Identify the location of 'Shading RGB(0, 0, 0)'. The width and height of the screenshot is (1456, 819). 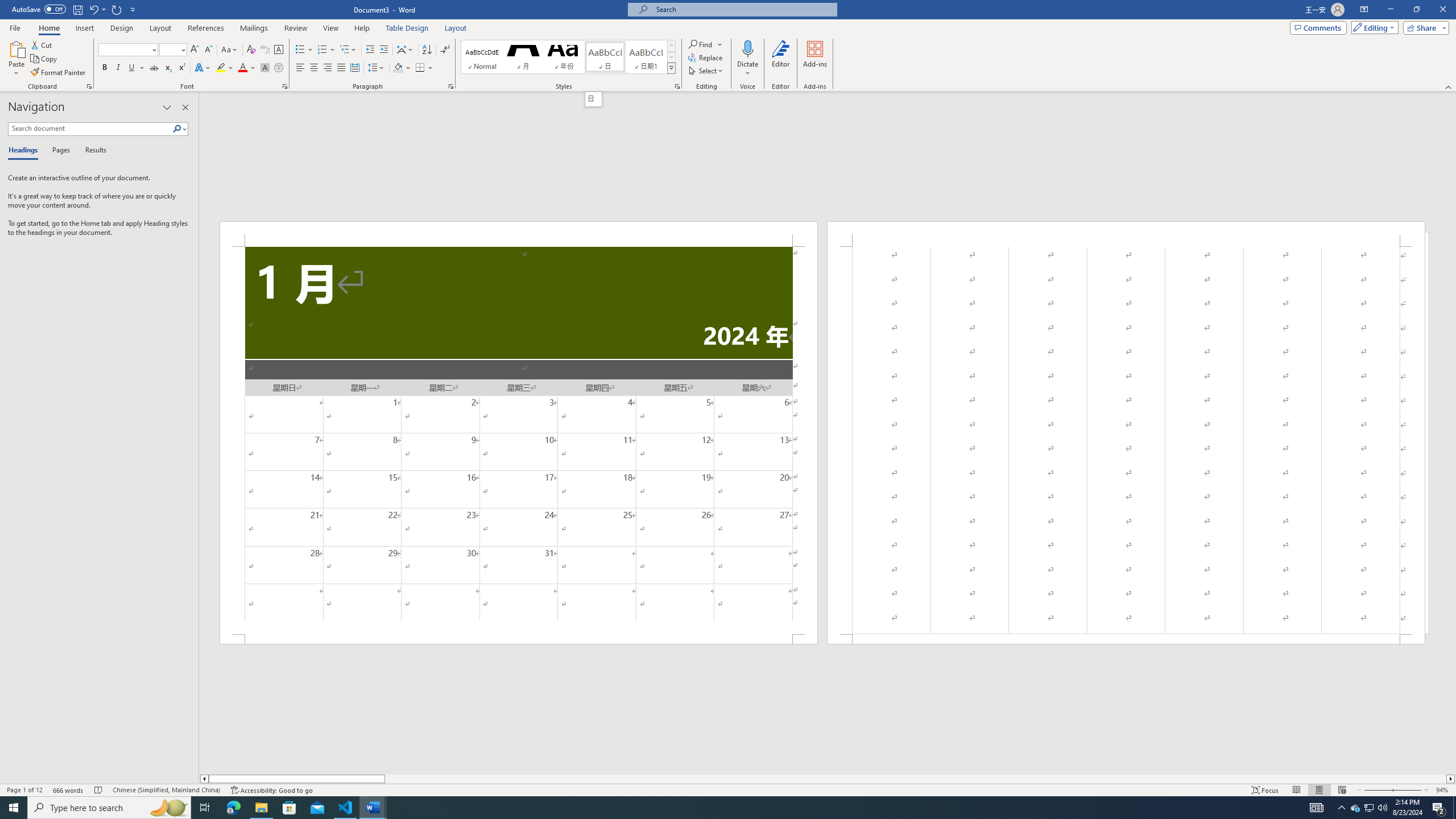
(398, 67).